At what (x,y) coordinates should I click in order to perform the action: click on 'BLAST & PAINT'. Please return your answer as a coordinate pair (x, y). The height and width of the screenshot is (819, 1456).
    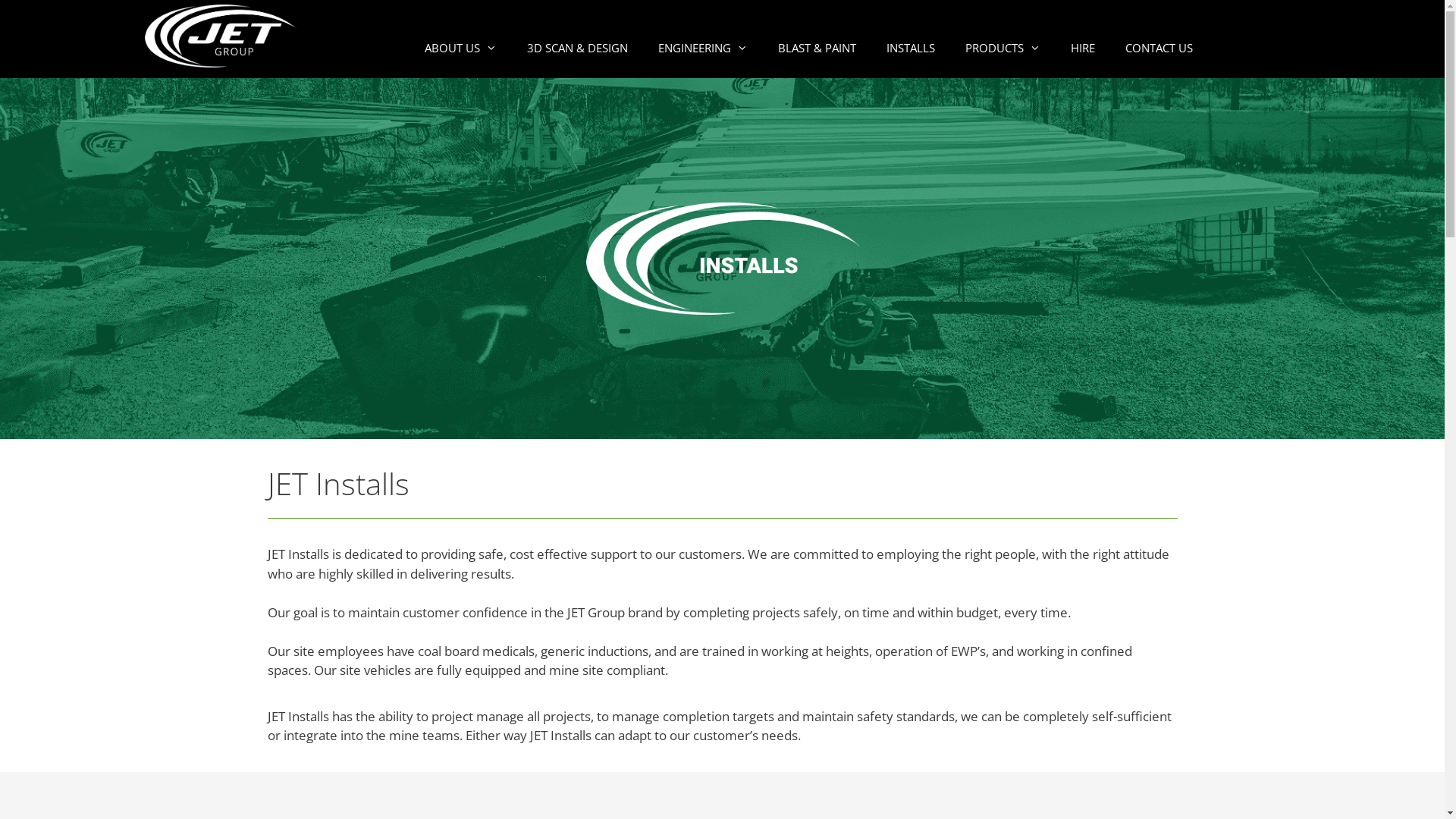
    Looking at the image, I should click on (816, 46).